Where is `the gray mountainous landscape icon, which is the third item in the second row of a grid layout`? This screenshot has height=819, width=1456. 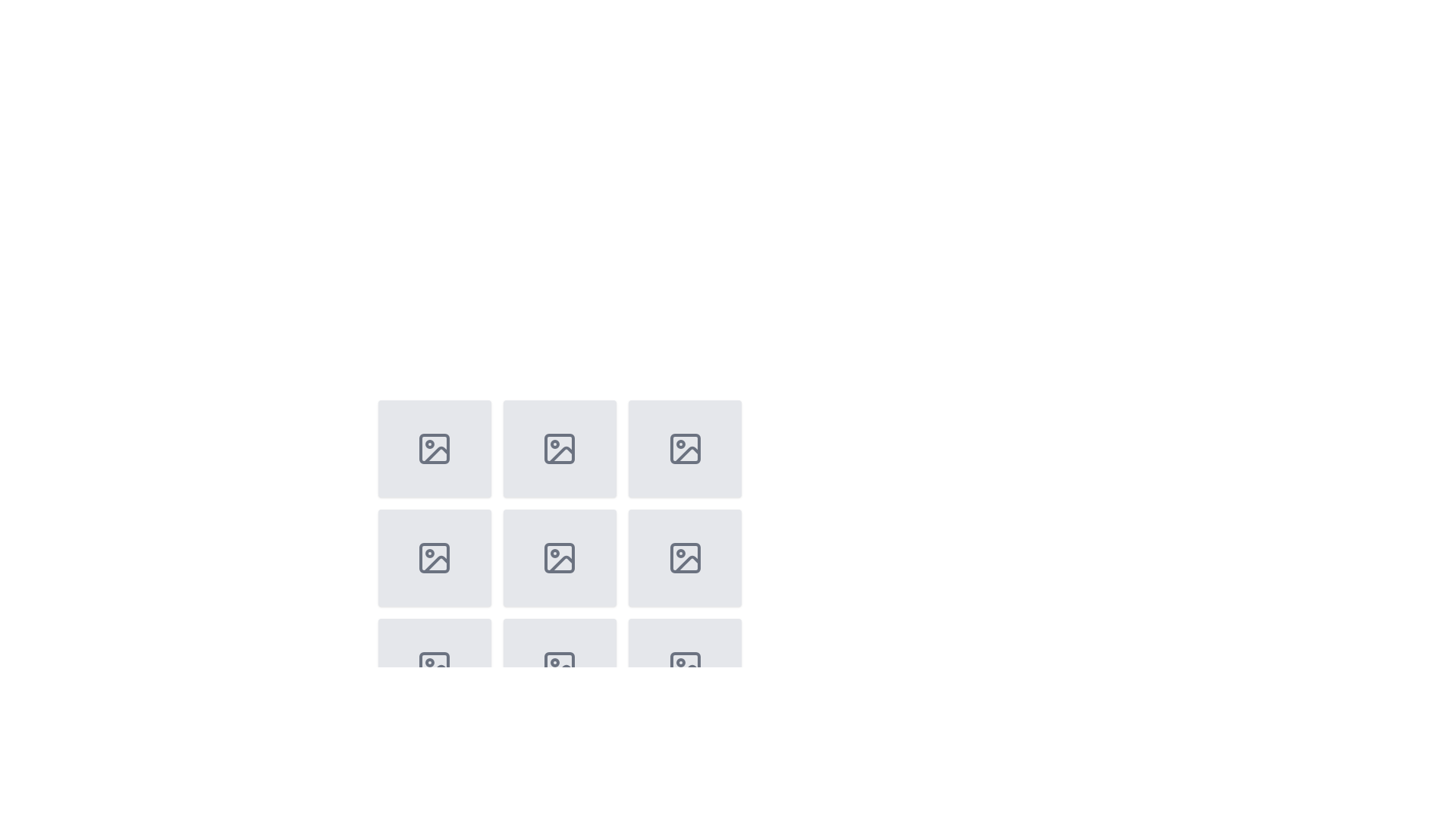 the gray mountainous landscape icon, which is the third item in the second row of a grid layout is located at coordinates (434, 558).